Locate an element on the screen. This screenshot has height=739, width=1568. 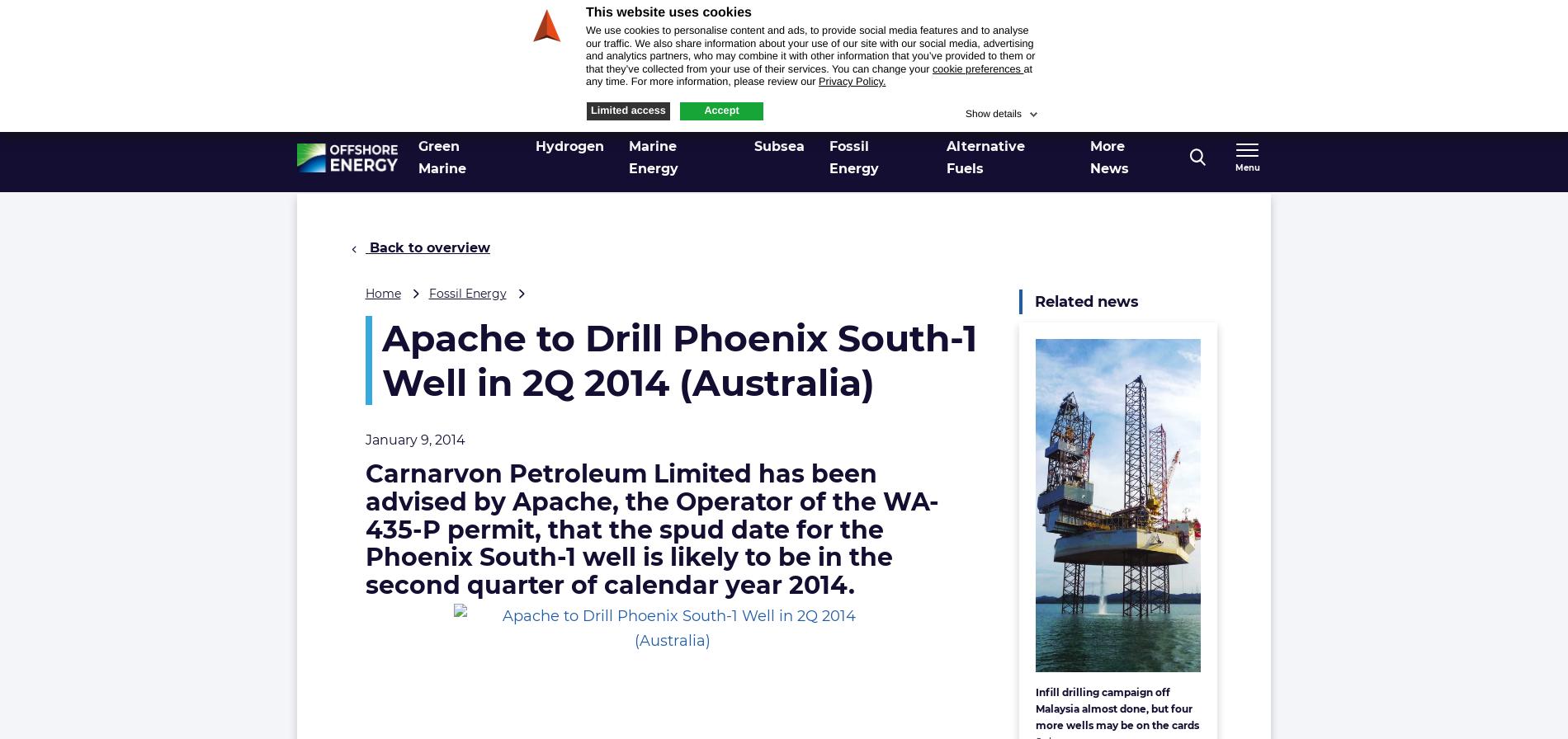
'Limited access' is located at coordinates (626, 109).